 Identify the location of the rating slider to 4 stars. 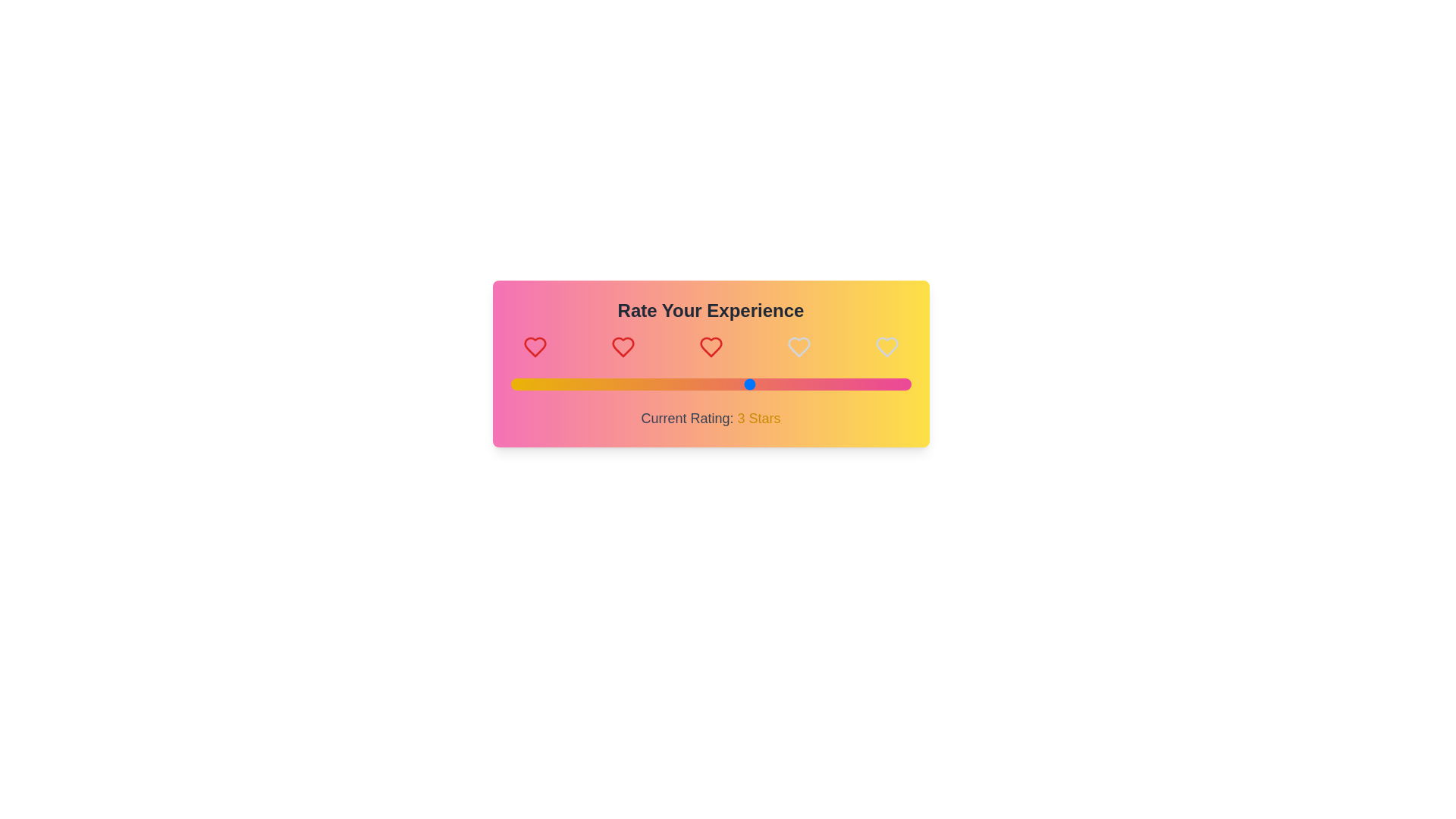
(830, 383).